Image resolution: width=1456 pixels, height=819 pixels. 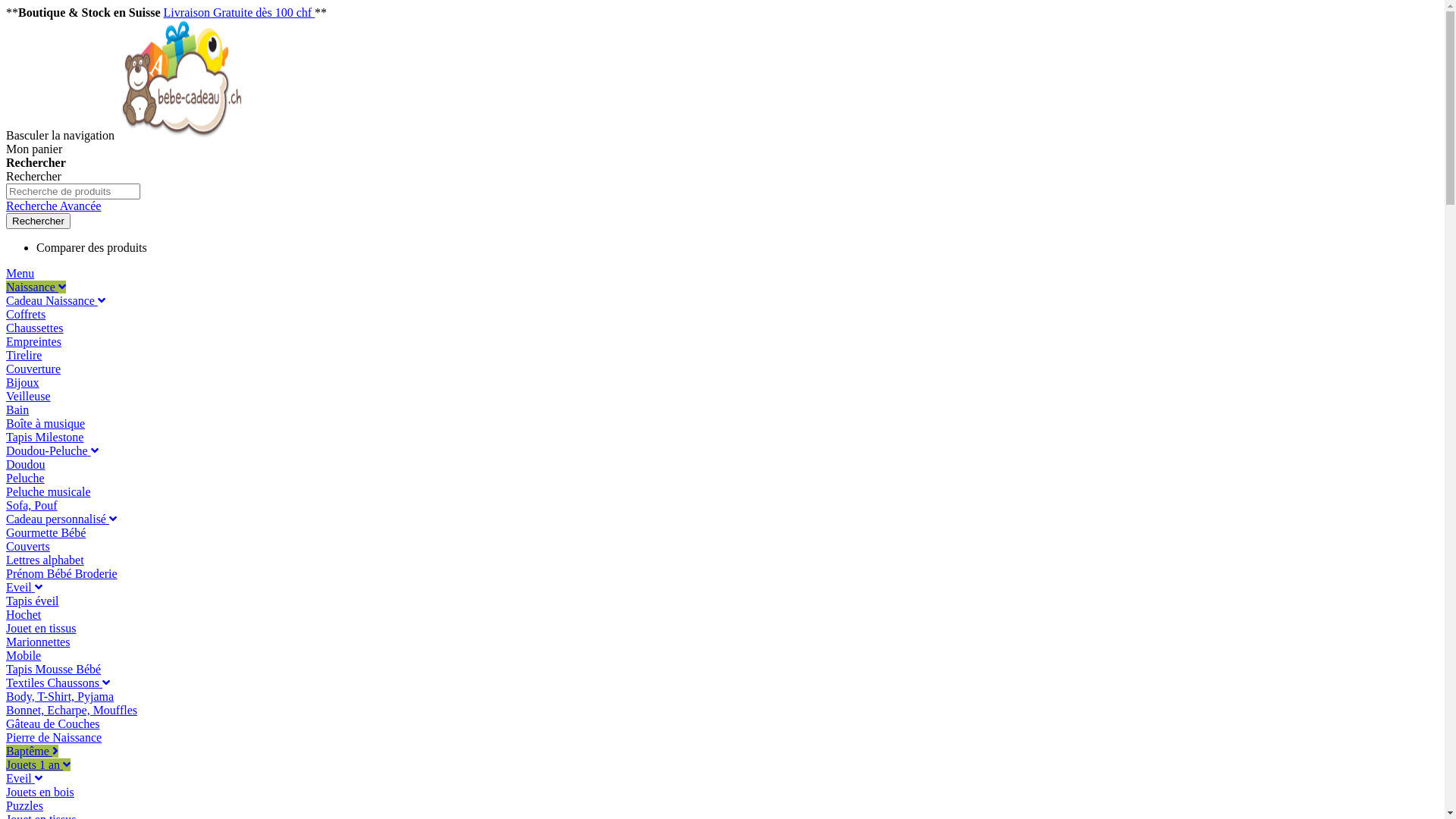 I want to click on 'Eveil', so click(x=24, y=586).